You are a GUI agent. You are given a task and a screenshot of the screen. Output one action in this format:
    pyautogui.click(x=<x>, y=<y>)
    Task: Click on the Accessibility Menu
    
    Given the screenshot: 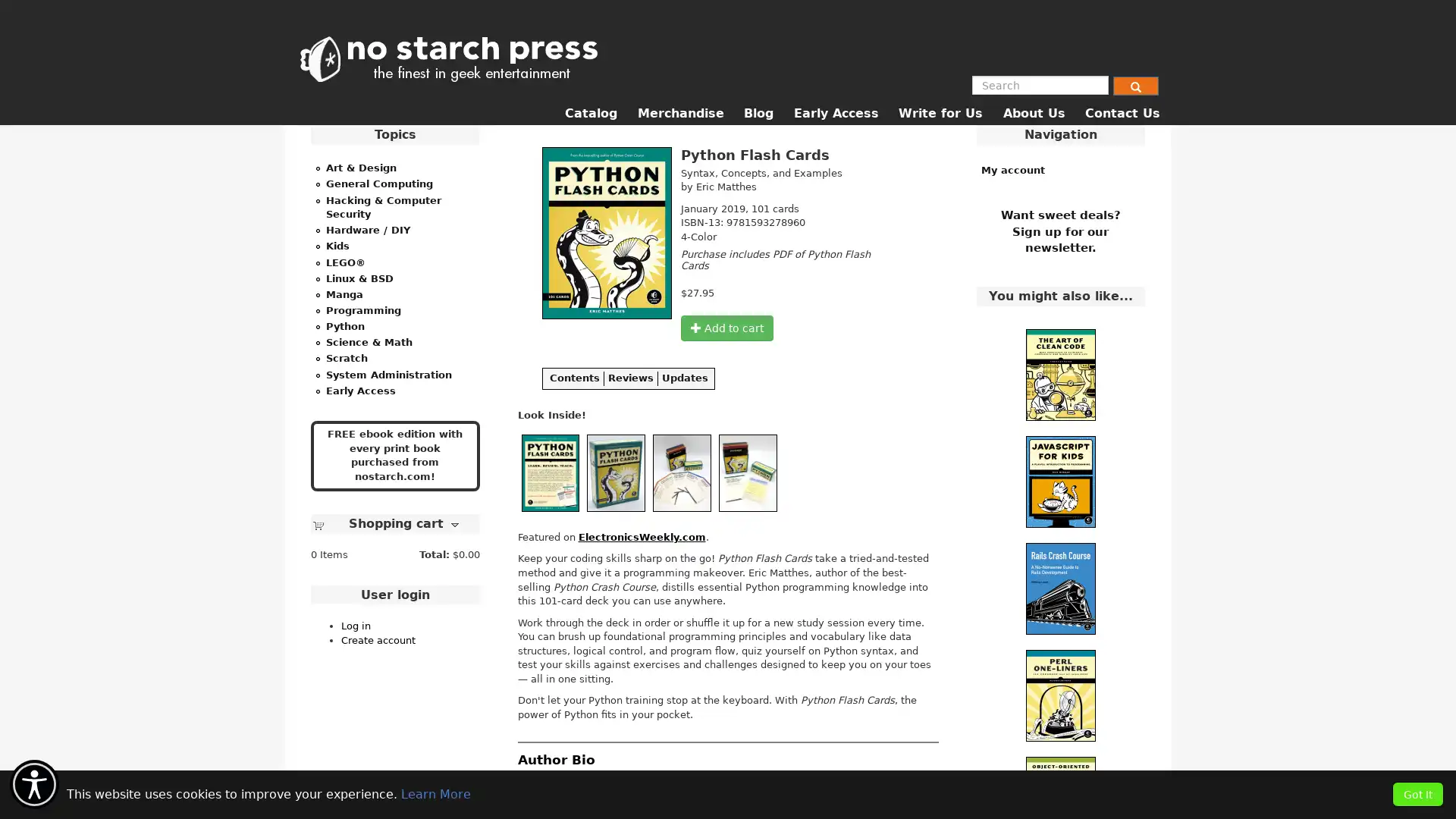 What is the action you would take?
    pyautogui.click(x=34, y=784)
    